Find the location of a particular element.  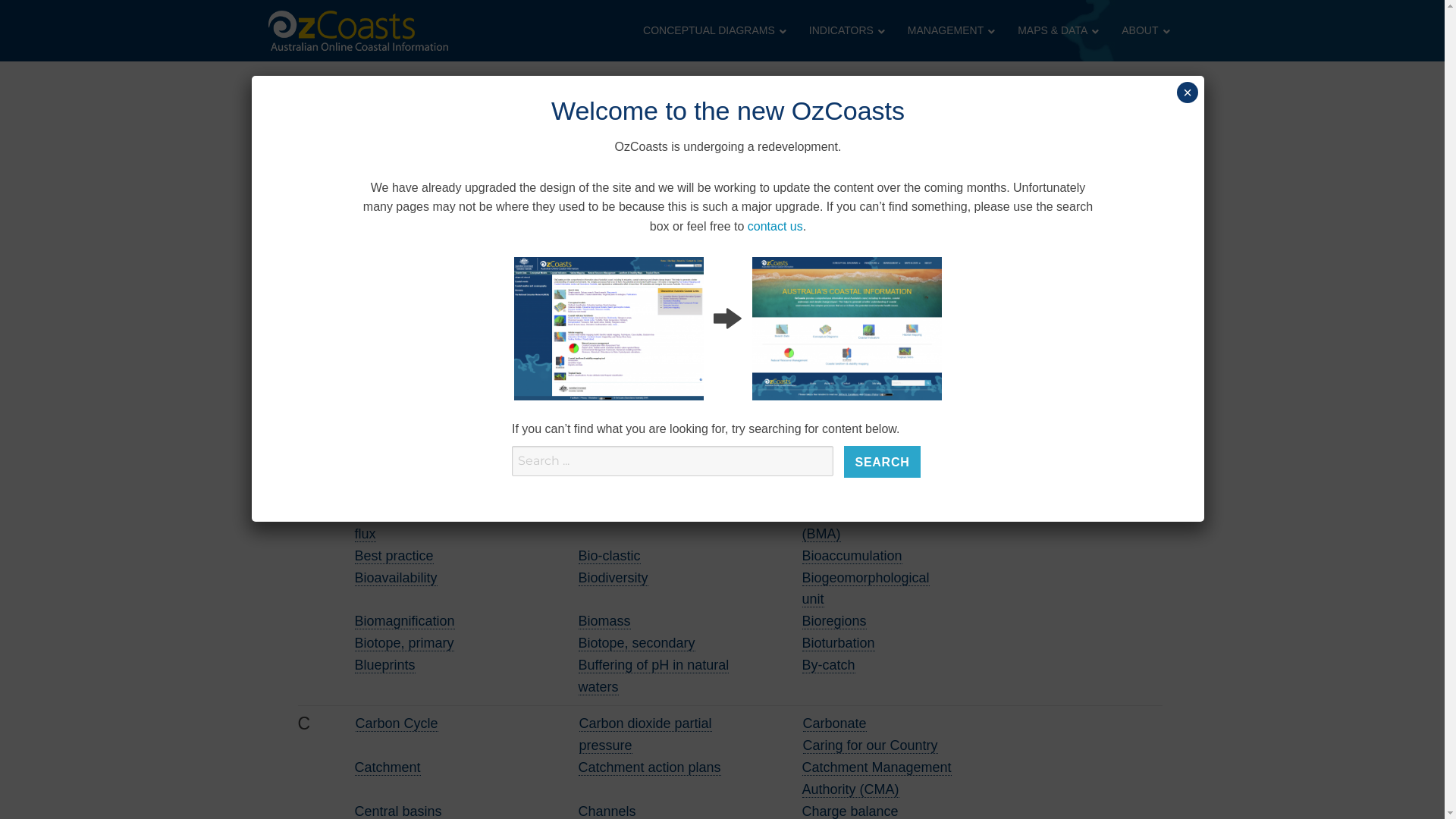

'INDICATORS' is located at coordinates (843, 30).